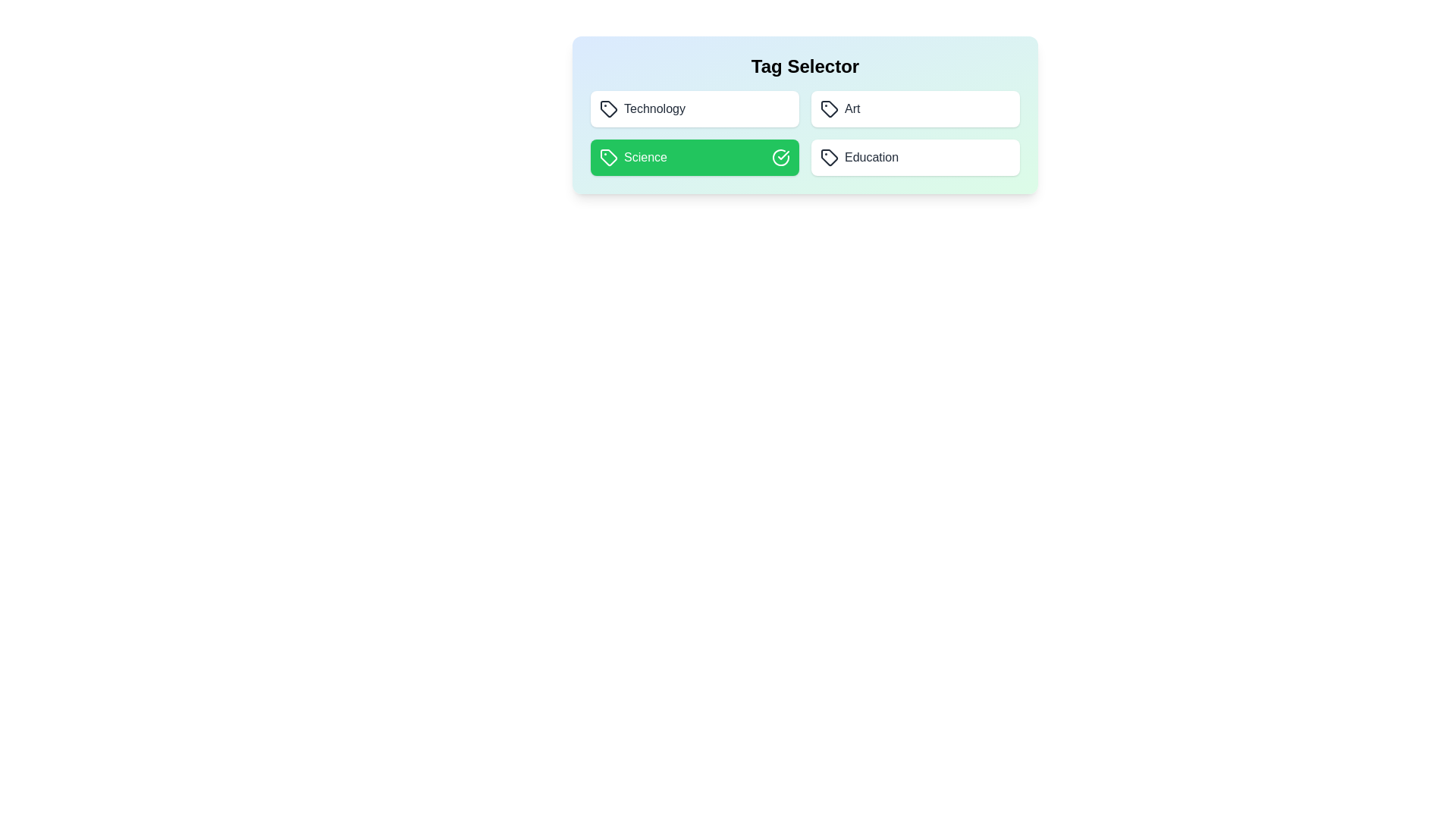  I want to click on the tag Education by clicking on it, so click(915, 158).